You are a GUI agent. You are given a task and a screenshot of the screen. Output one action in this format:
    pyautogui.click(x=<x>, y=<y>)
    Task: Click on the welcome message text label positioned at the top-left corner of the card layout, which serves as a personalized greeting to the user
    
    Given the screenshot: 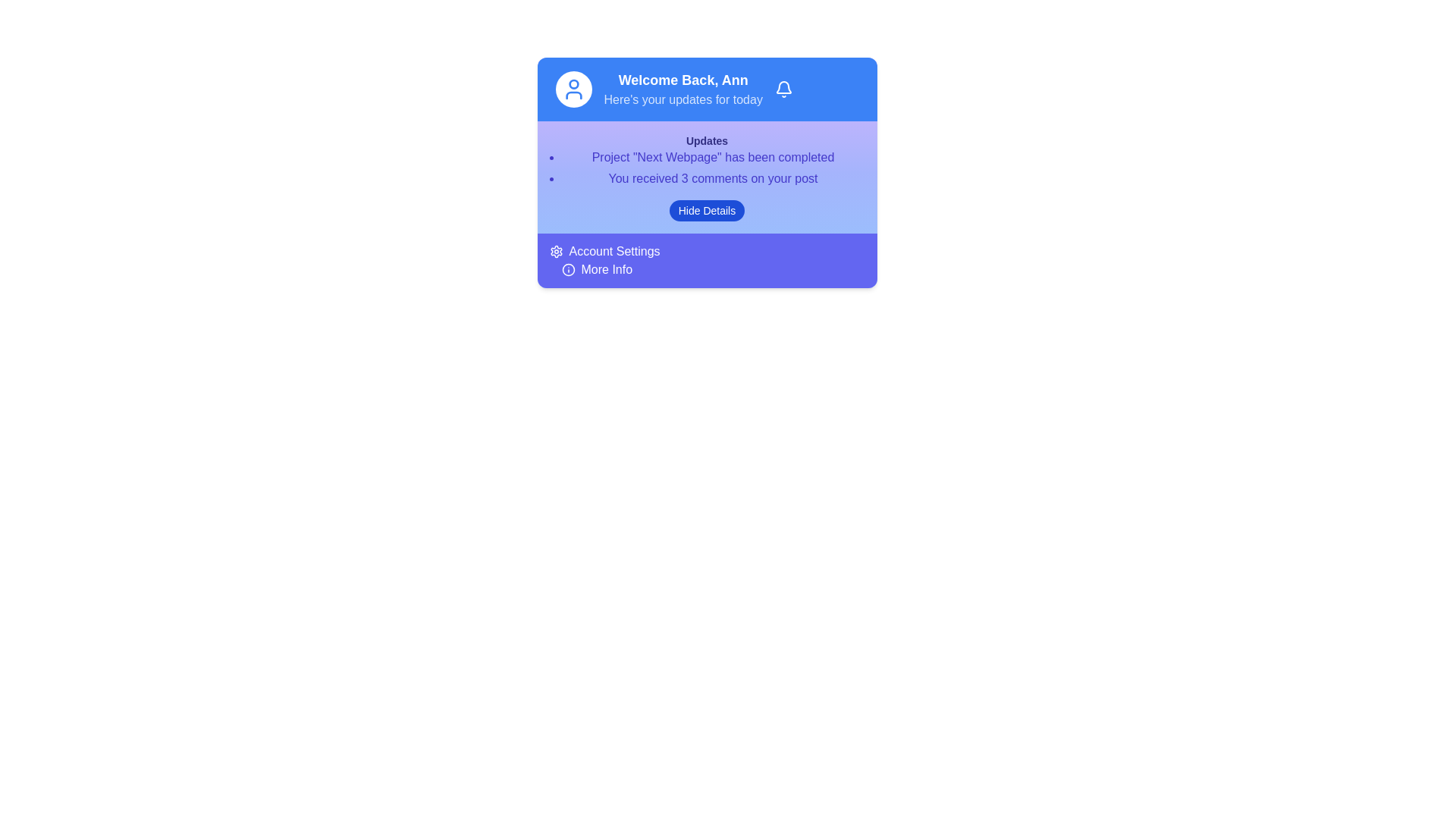 What is the action you would take?
    pyautogui.click(x=682, y=80)
    